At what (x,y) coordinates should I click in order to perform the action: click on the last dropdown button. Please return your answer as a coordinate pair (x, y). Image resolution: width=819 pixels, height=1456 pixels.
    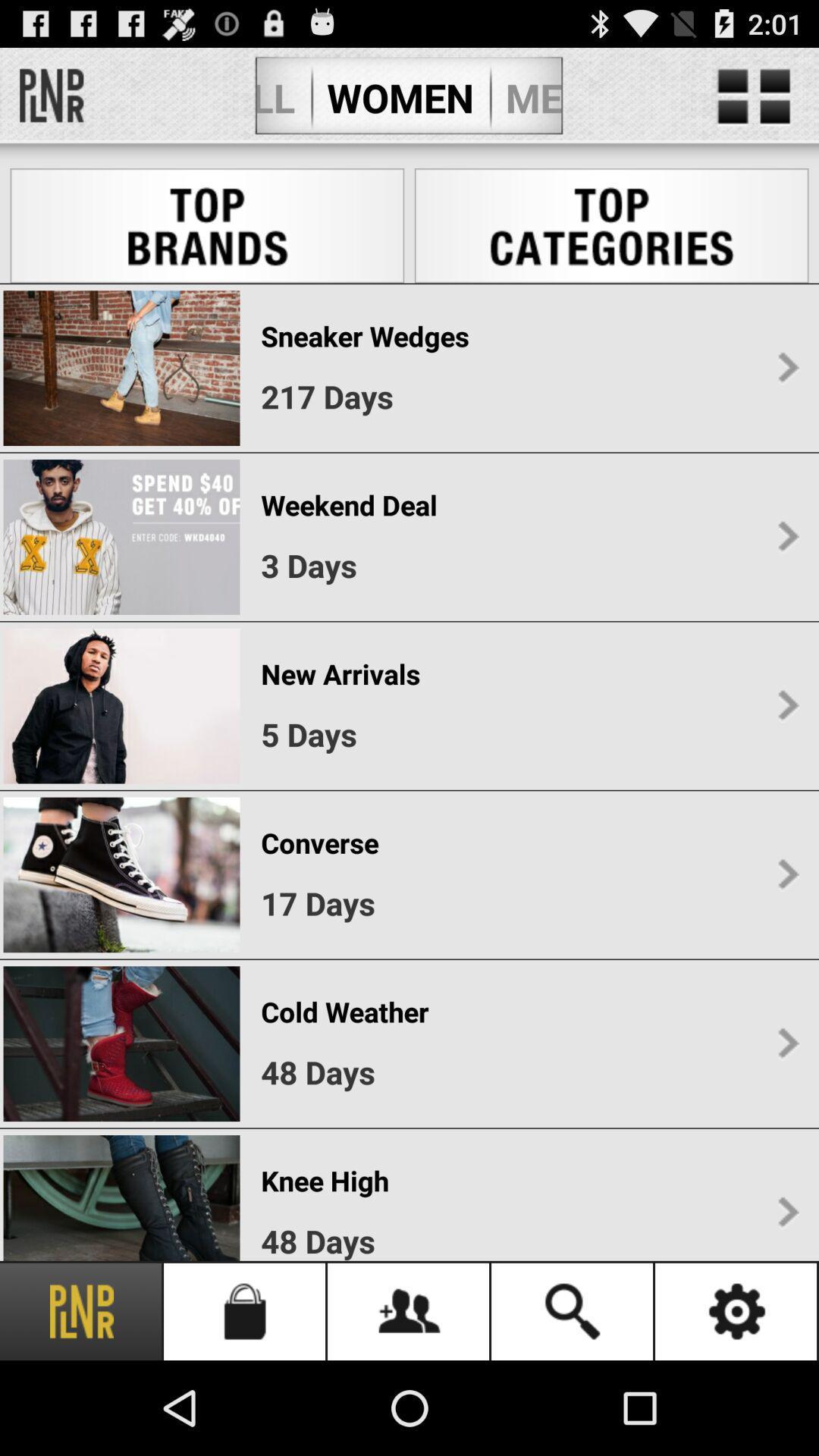
    Looking at the image, I should click on (787, 1212).